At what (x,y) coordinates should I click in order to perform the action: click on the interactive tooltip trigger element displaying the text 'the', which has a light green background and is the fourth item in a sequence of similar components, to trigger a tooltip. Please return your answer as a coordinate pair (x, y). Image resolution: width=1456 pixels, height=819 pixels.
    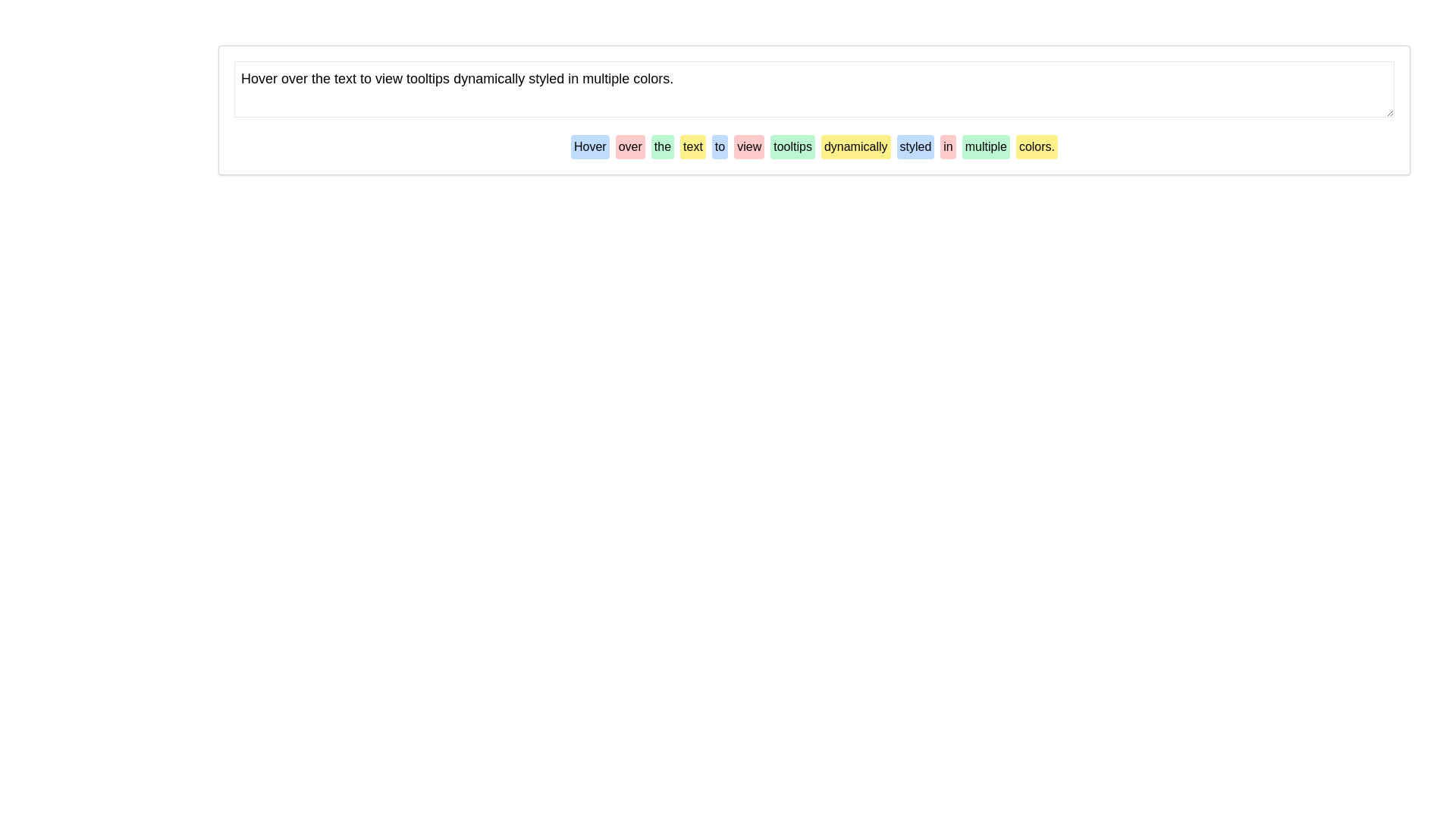
    Looking at the image, I should click on (662, 146).